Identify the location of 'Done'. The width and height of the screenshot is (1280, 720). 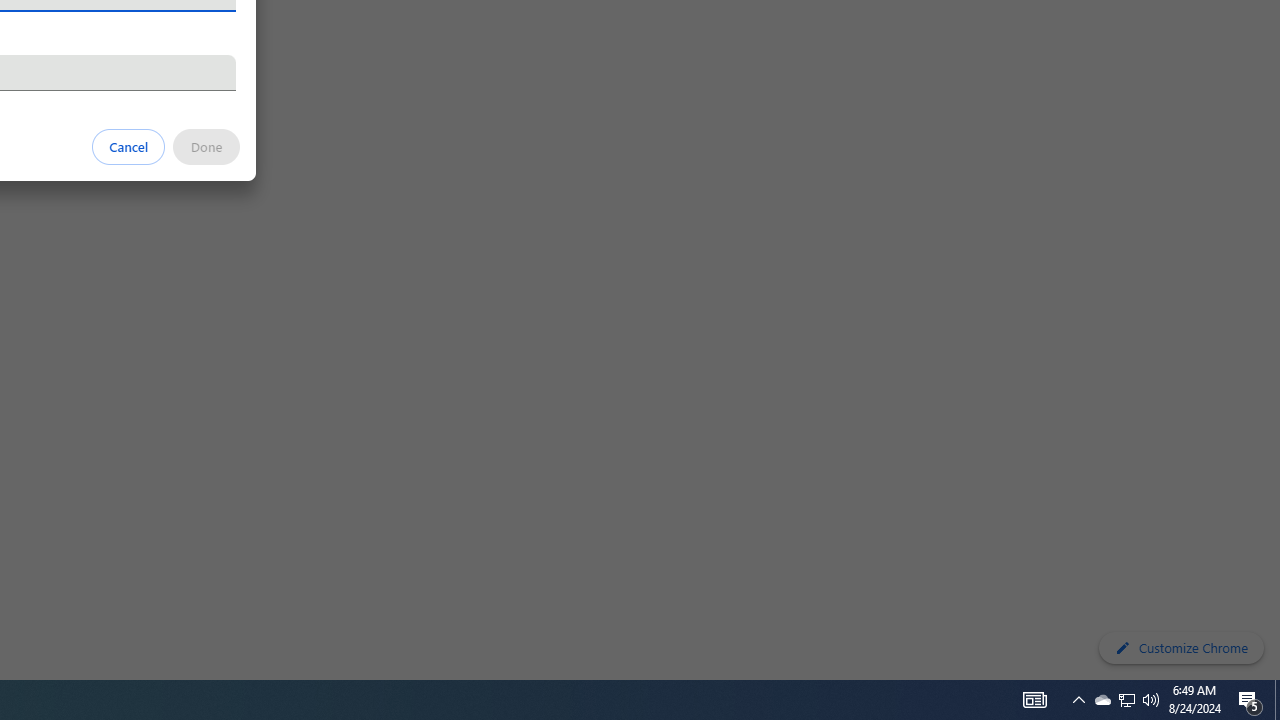
(206, 145).